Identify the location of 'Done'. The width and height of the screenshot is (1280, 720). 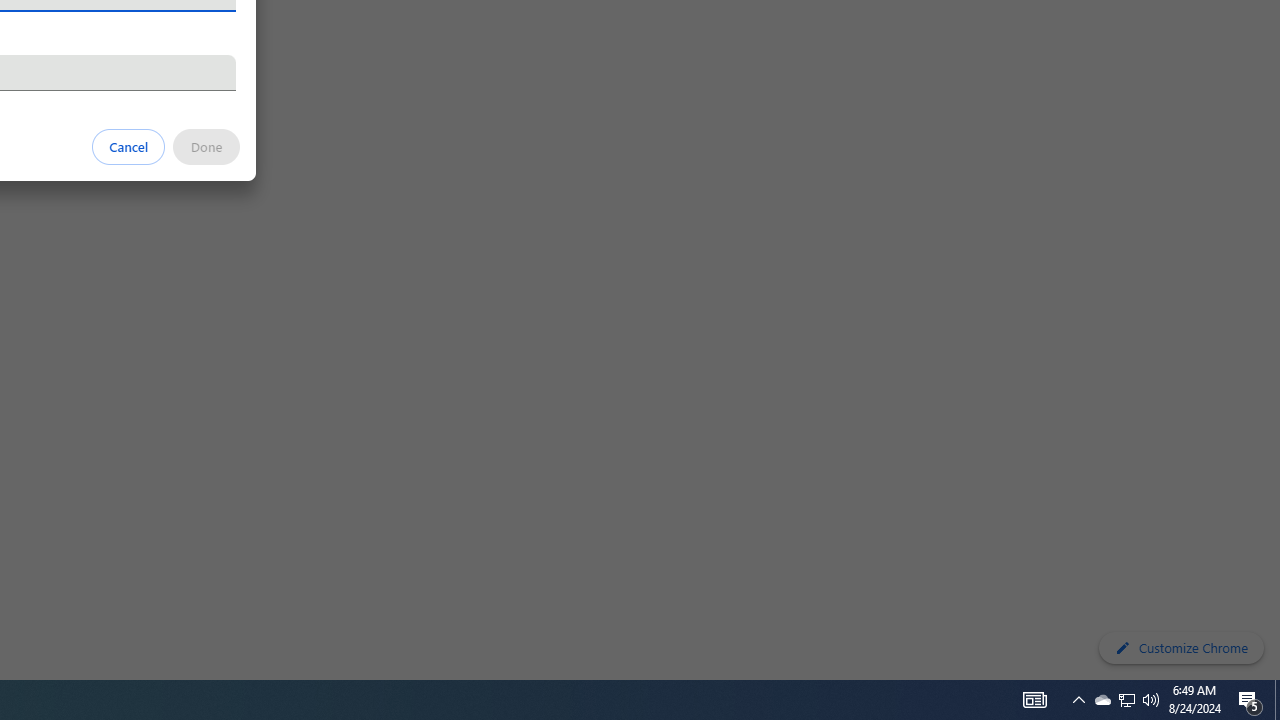
(206, 145).